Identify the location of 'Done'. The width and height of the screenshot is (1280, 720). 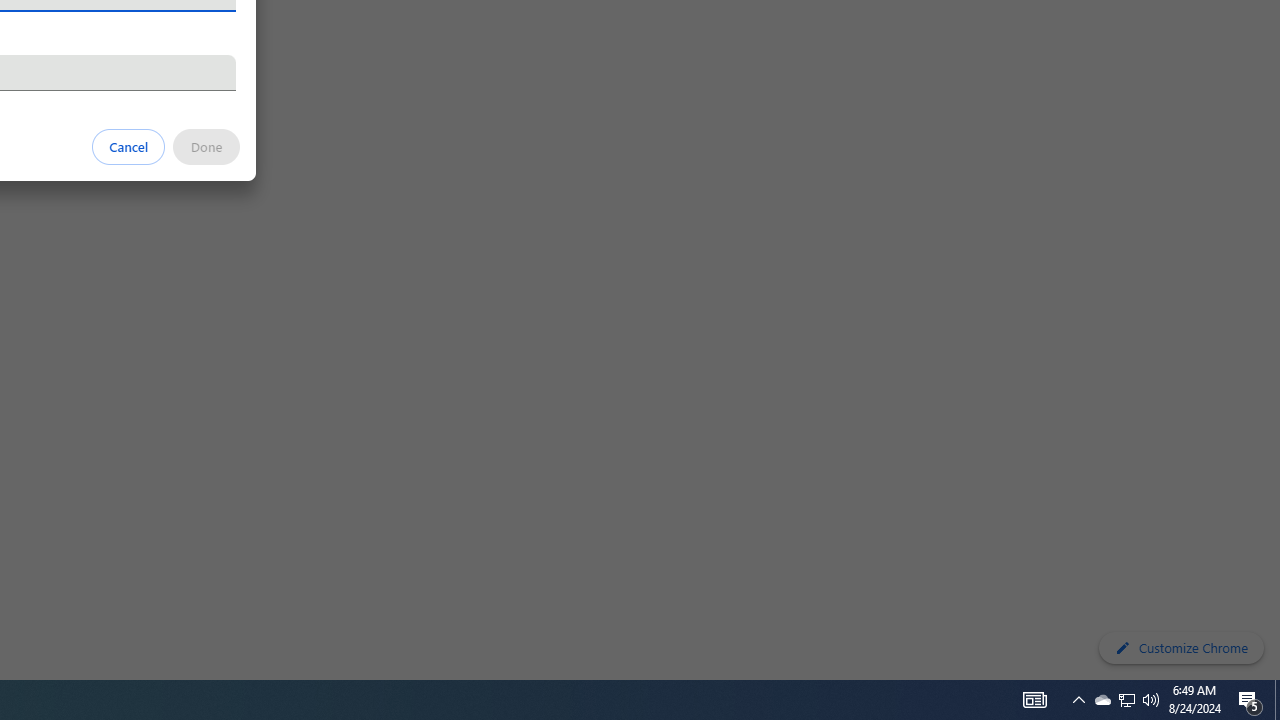
(206, 145).